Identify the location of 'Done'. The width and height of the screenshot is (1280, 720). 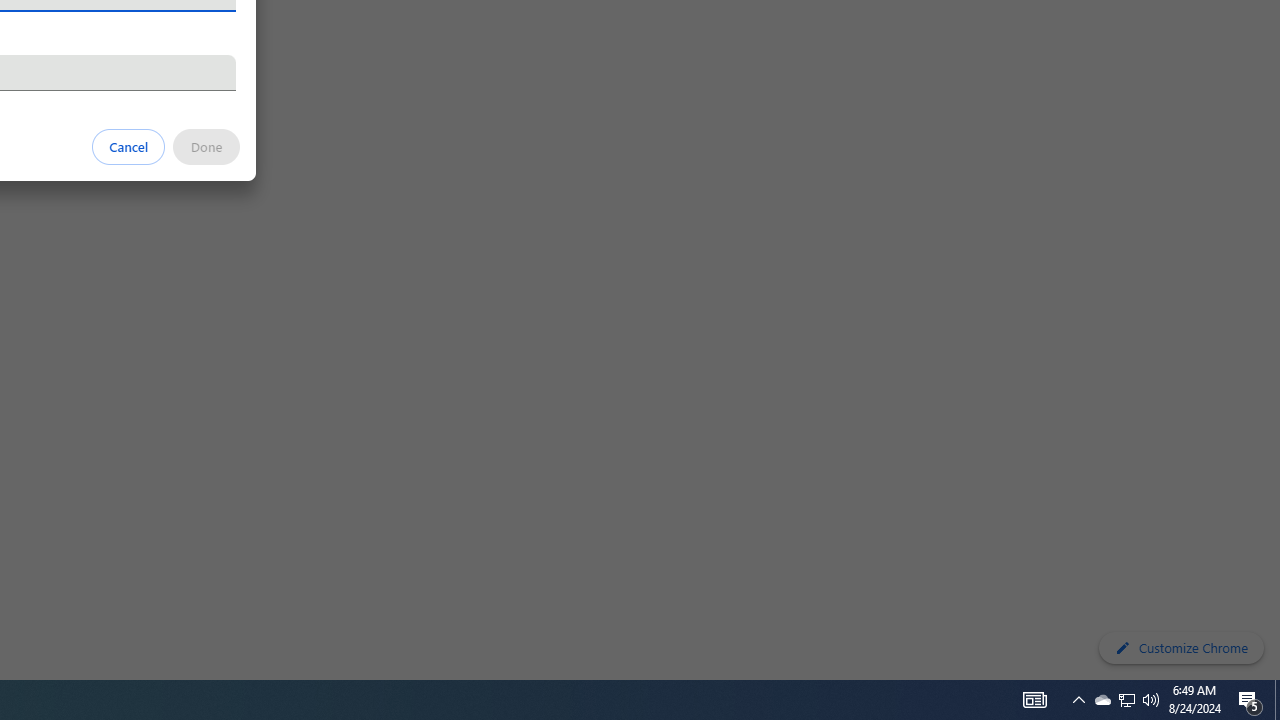
(206, 145).